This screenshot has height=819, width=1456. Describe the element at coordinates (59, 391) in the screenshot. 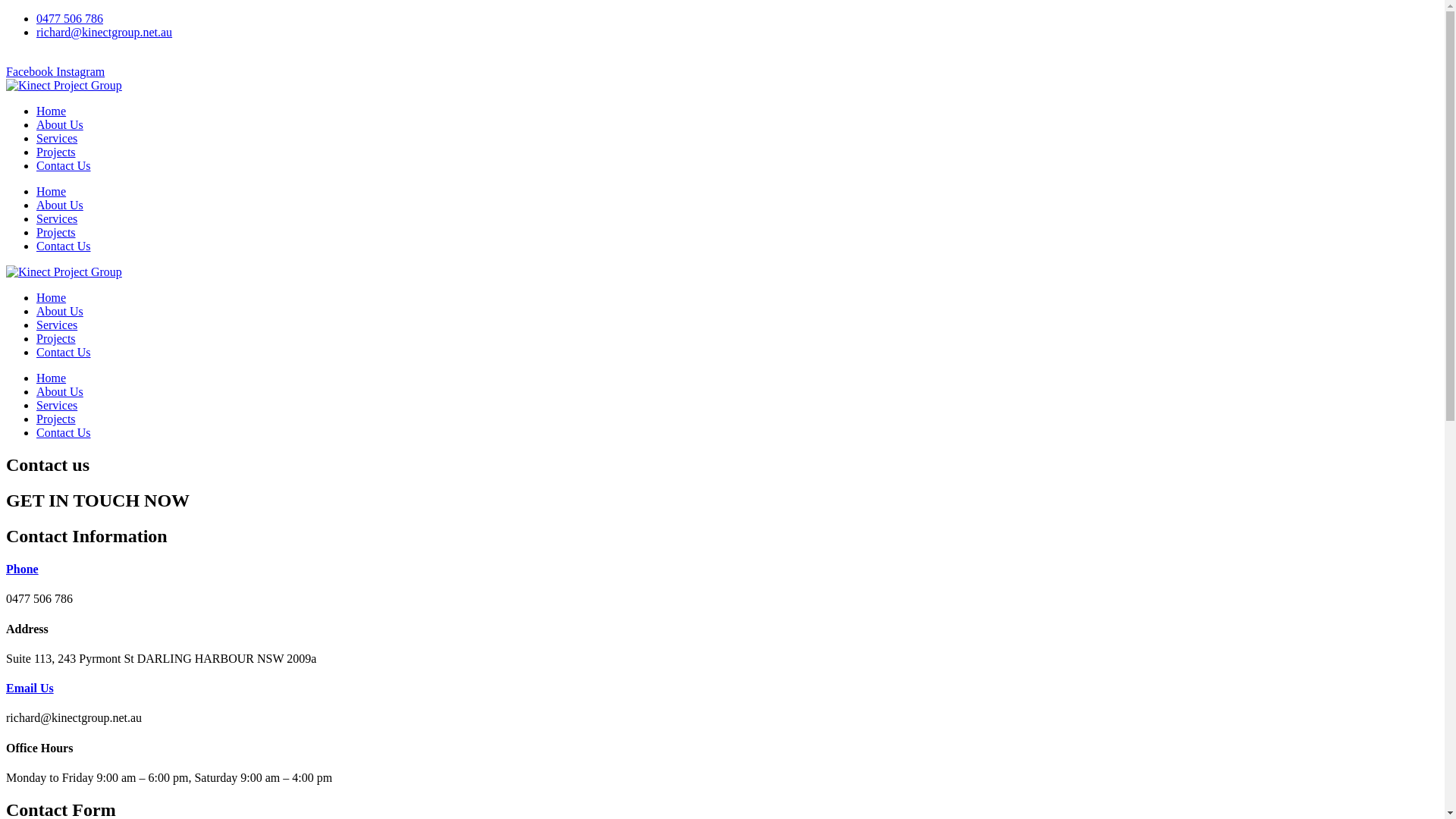

I see `'About Us'` at that location.